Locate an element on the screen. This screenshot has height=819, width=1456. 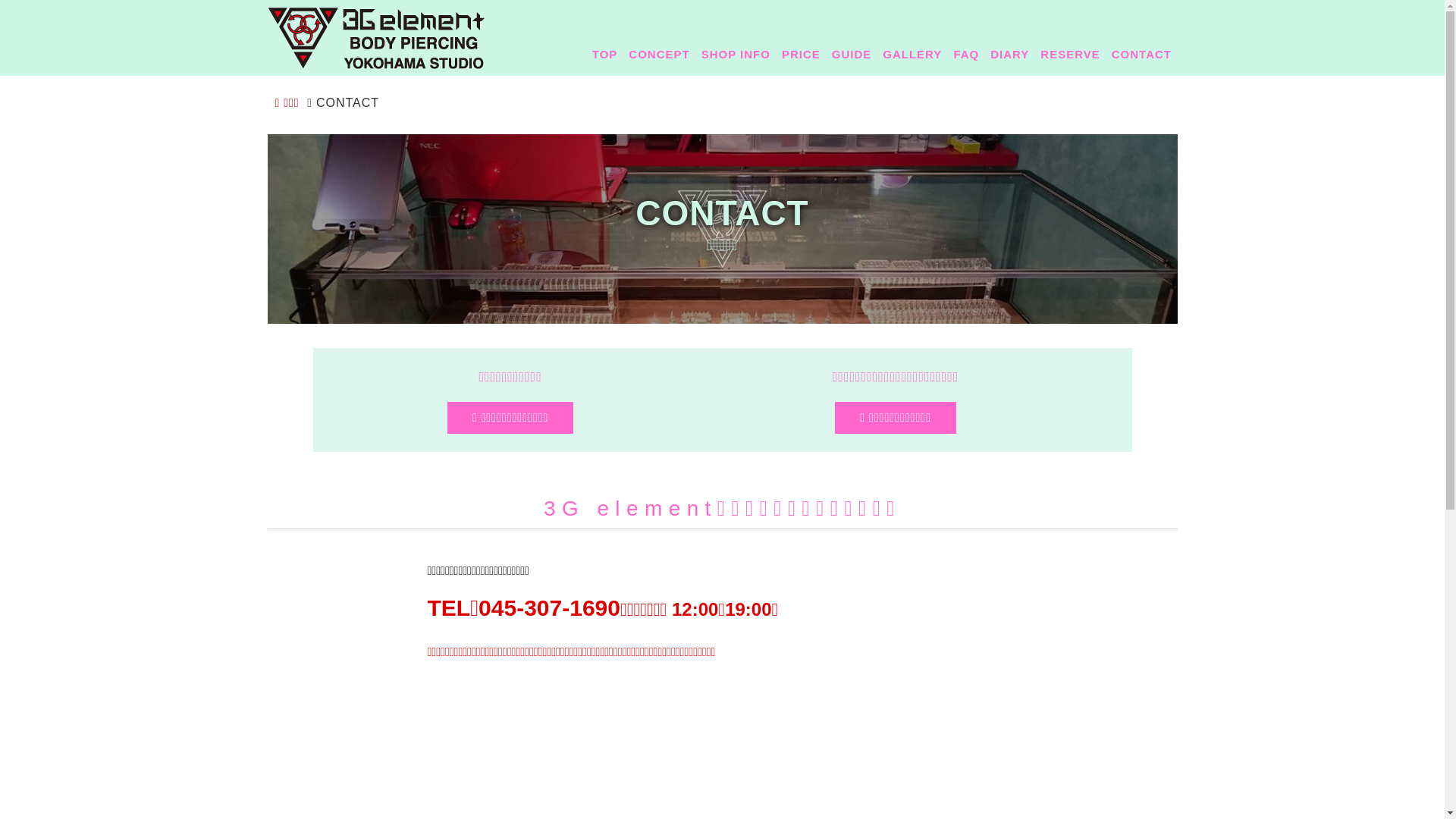
'CONTACT' is located at coordinates (1141, 52).